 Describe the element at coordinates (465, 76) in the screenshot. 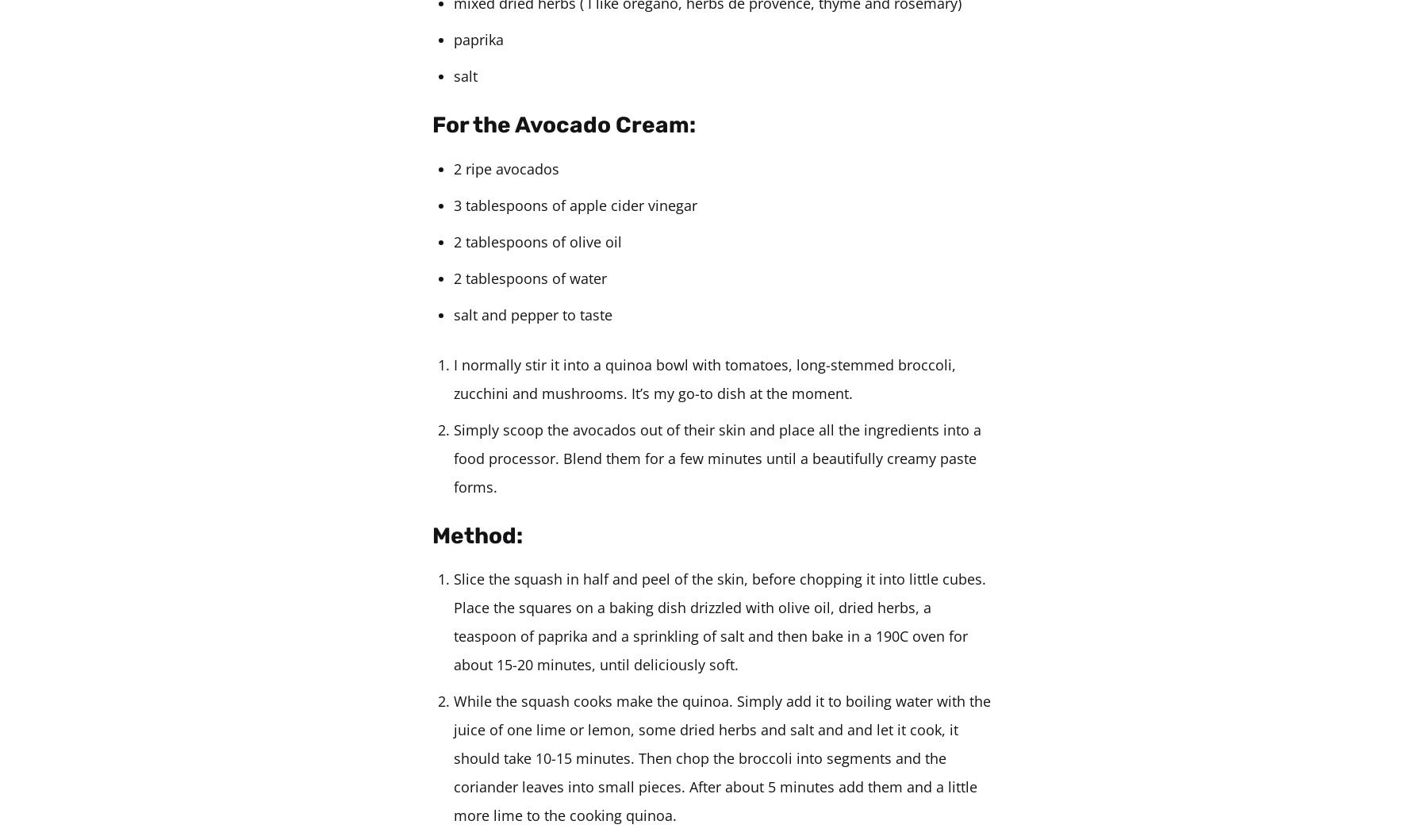

I see `'salt'` at that location.